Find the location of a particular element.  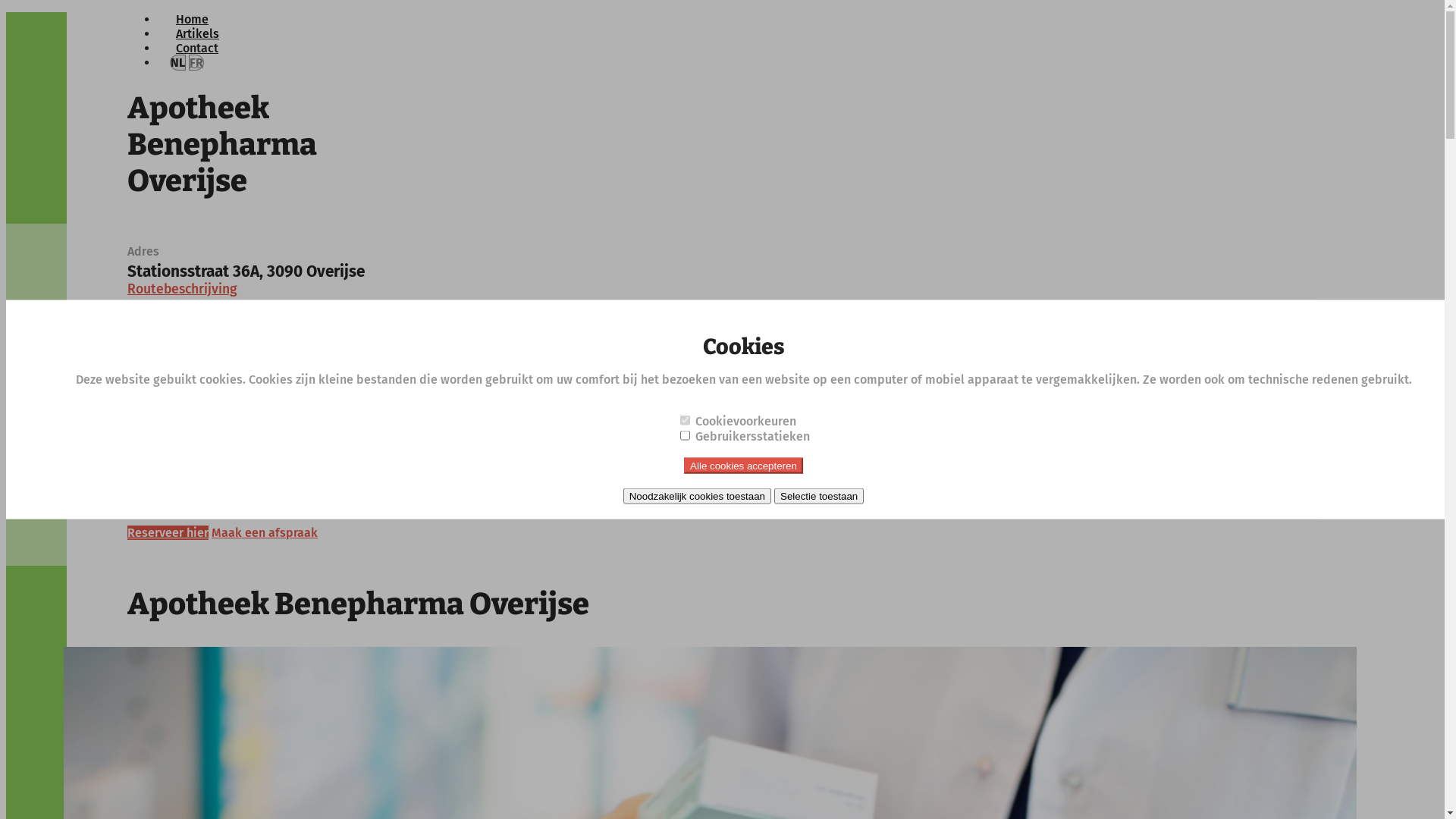

'apothekers@benepharma.be' is located at coordinates (255, 438).